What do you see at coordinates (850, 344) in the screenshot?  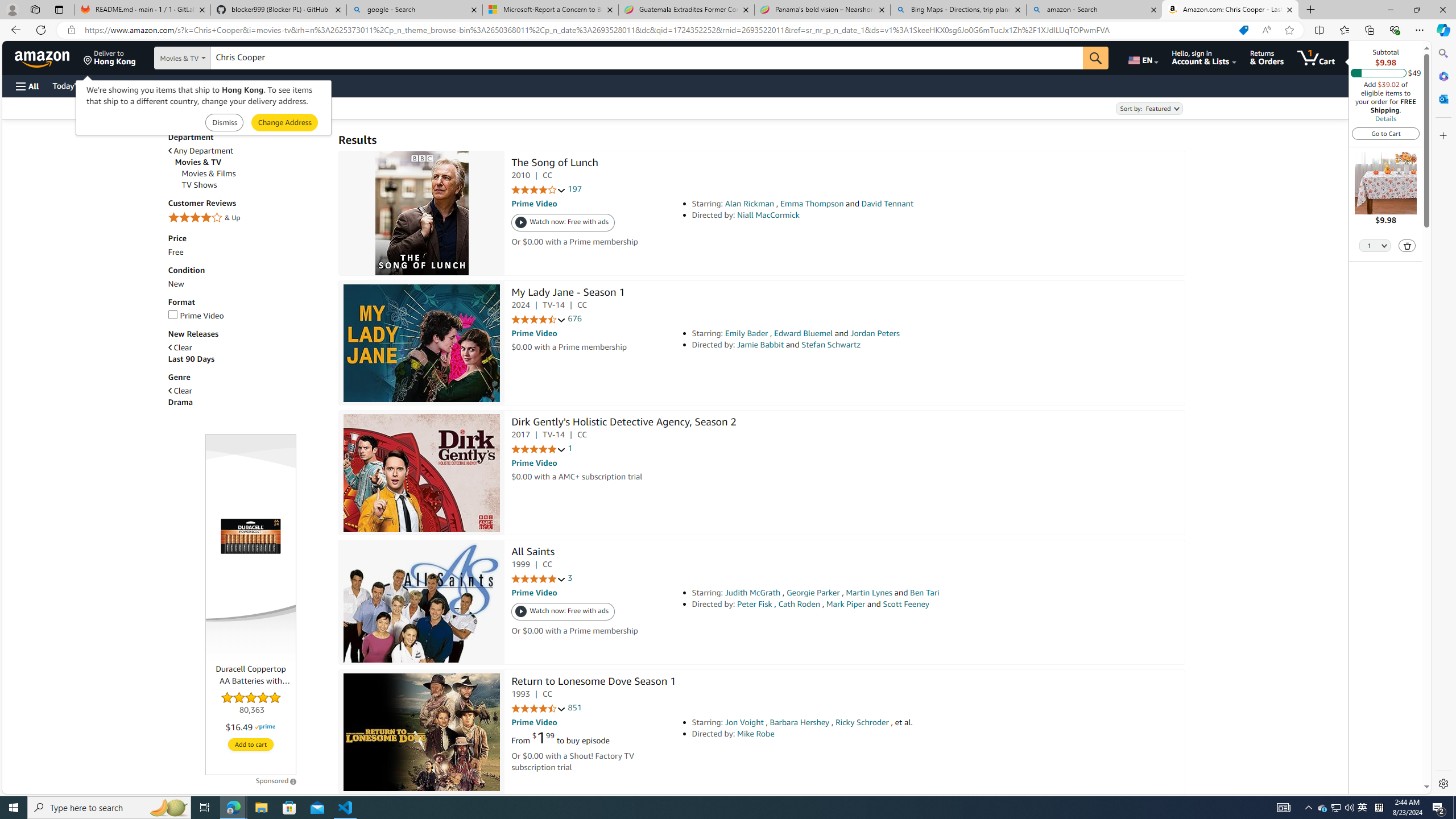 I see `'Directed by: Jamie Babbit and Stefan Schwartz'` at bounding box center [850, 344].